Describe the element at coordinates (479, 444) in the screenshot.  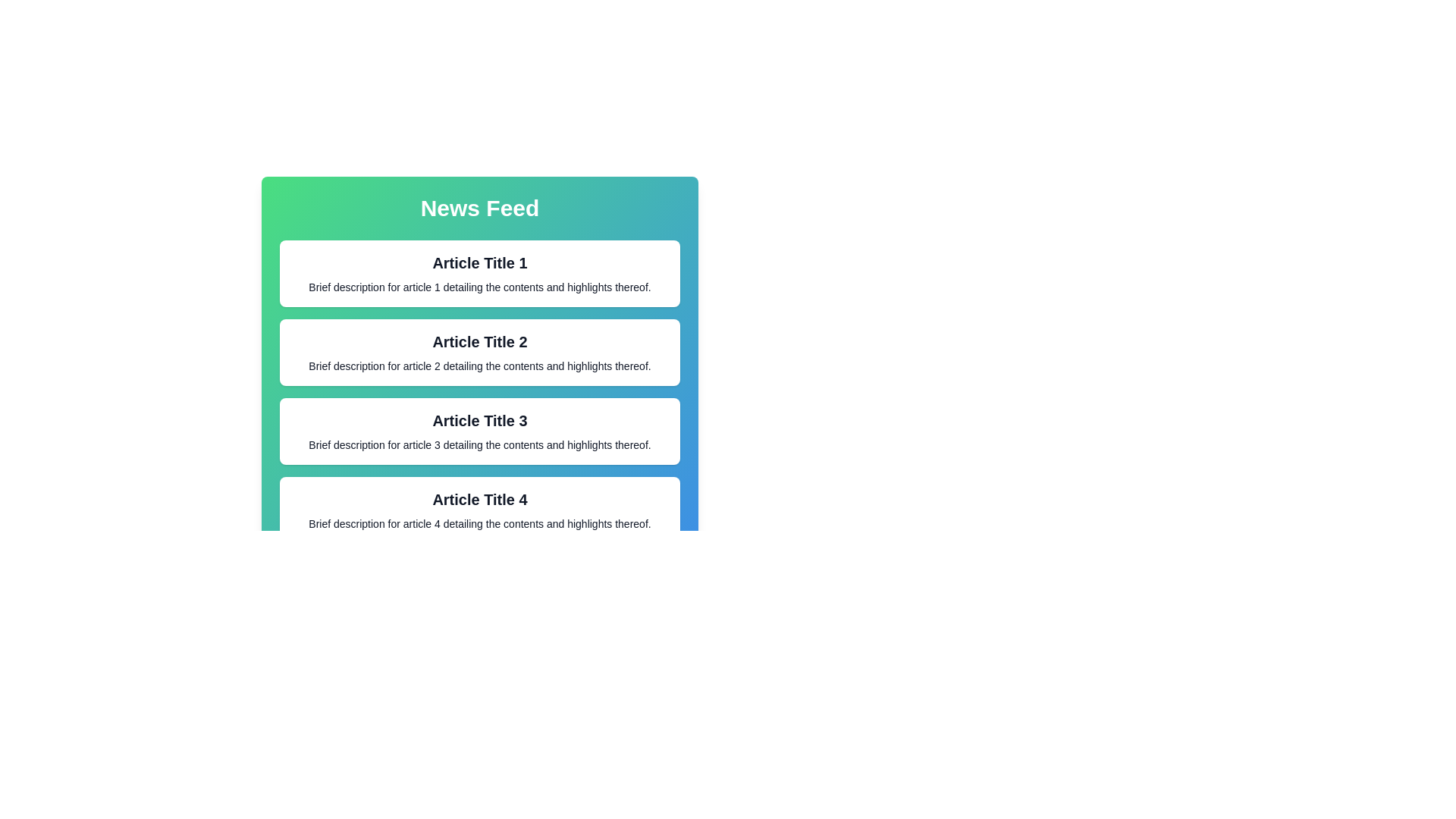
I see `text 'Brief description for article 3 detailing the contents and highlights thereof.' located below the heading 'Article Title 3' within the third article card` at that location.